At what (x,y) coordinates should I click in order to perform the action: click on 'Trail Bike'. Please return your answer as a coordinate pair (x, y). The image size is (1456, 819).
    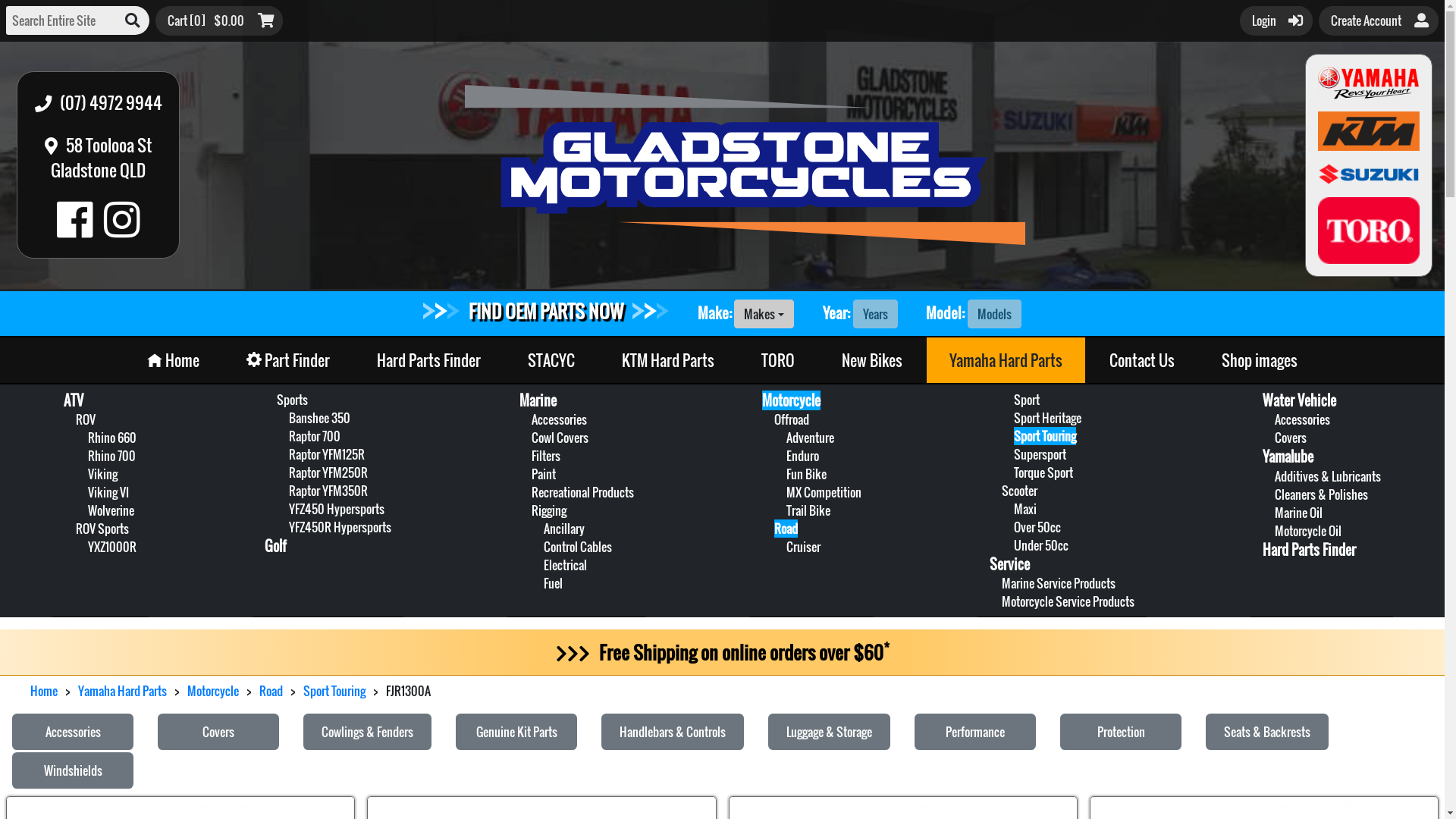
    Looking at the image, I should click on (807, 510).